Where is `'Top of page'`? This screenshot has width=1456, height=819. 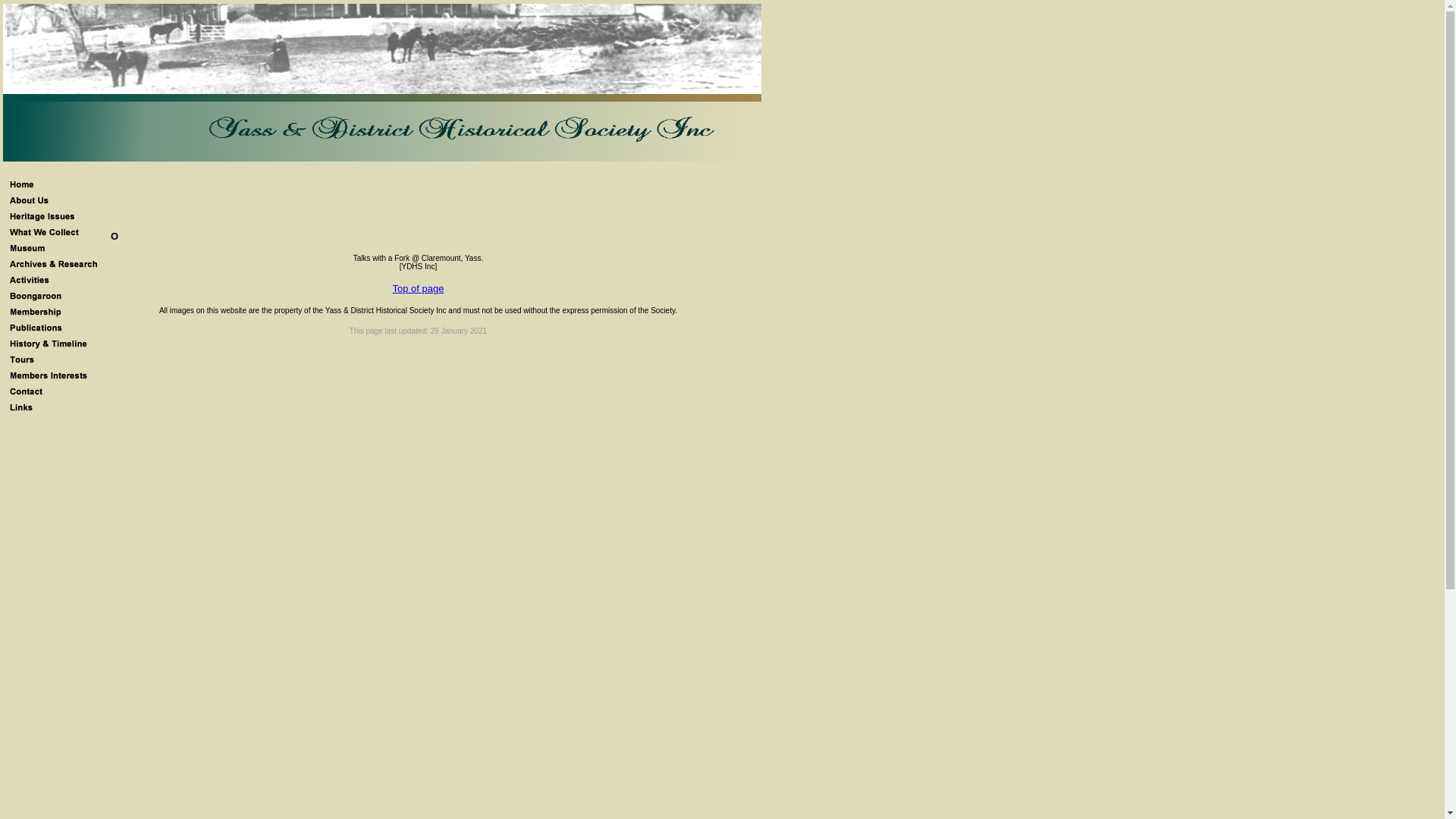
'Top of page' is located at coordinates (418, 288).